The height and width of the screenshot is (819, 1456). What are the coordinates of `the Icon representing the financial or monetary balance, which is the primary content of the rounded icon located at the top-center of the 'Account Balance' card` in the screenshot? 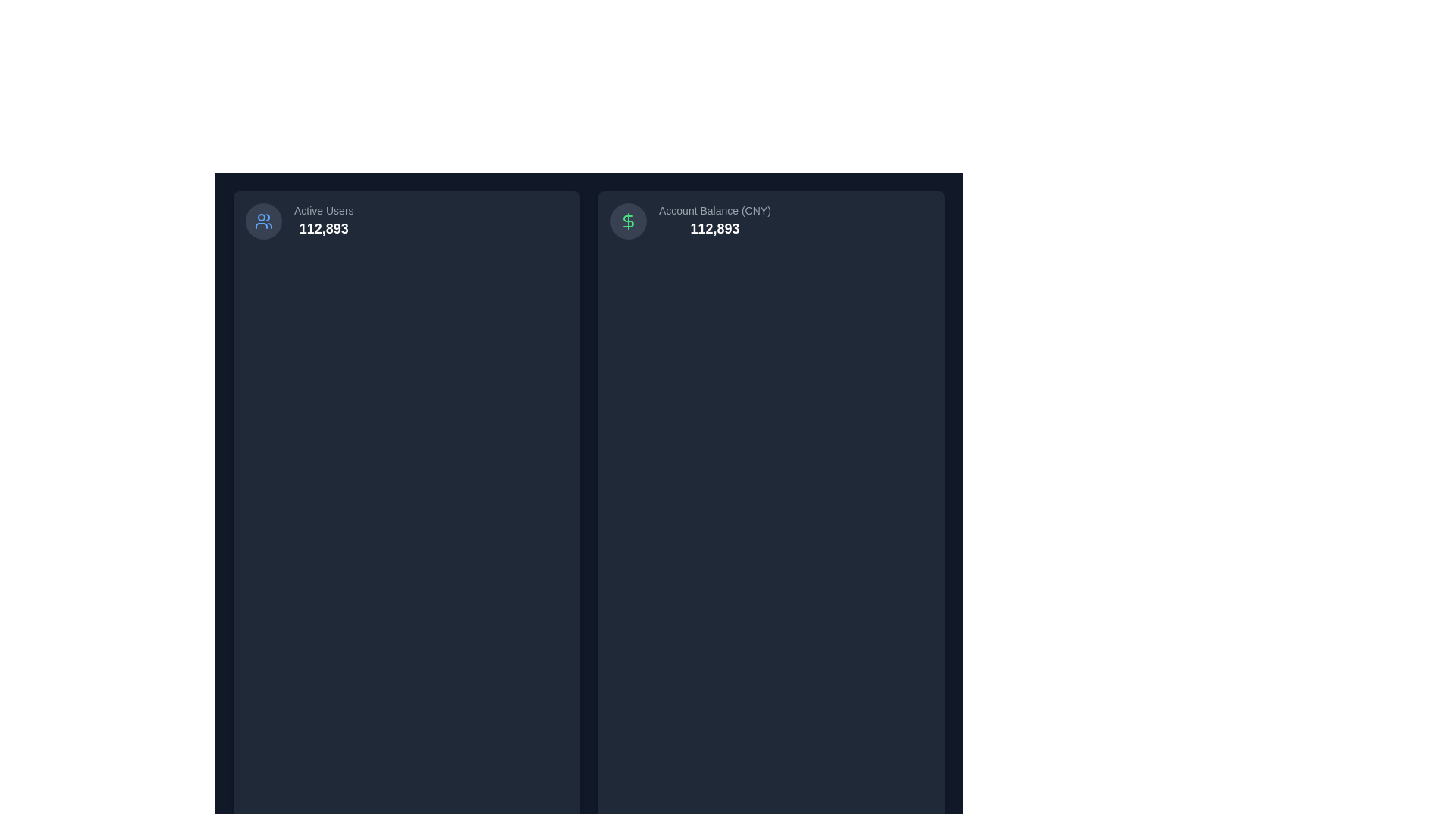 It's located at (629, 221).